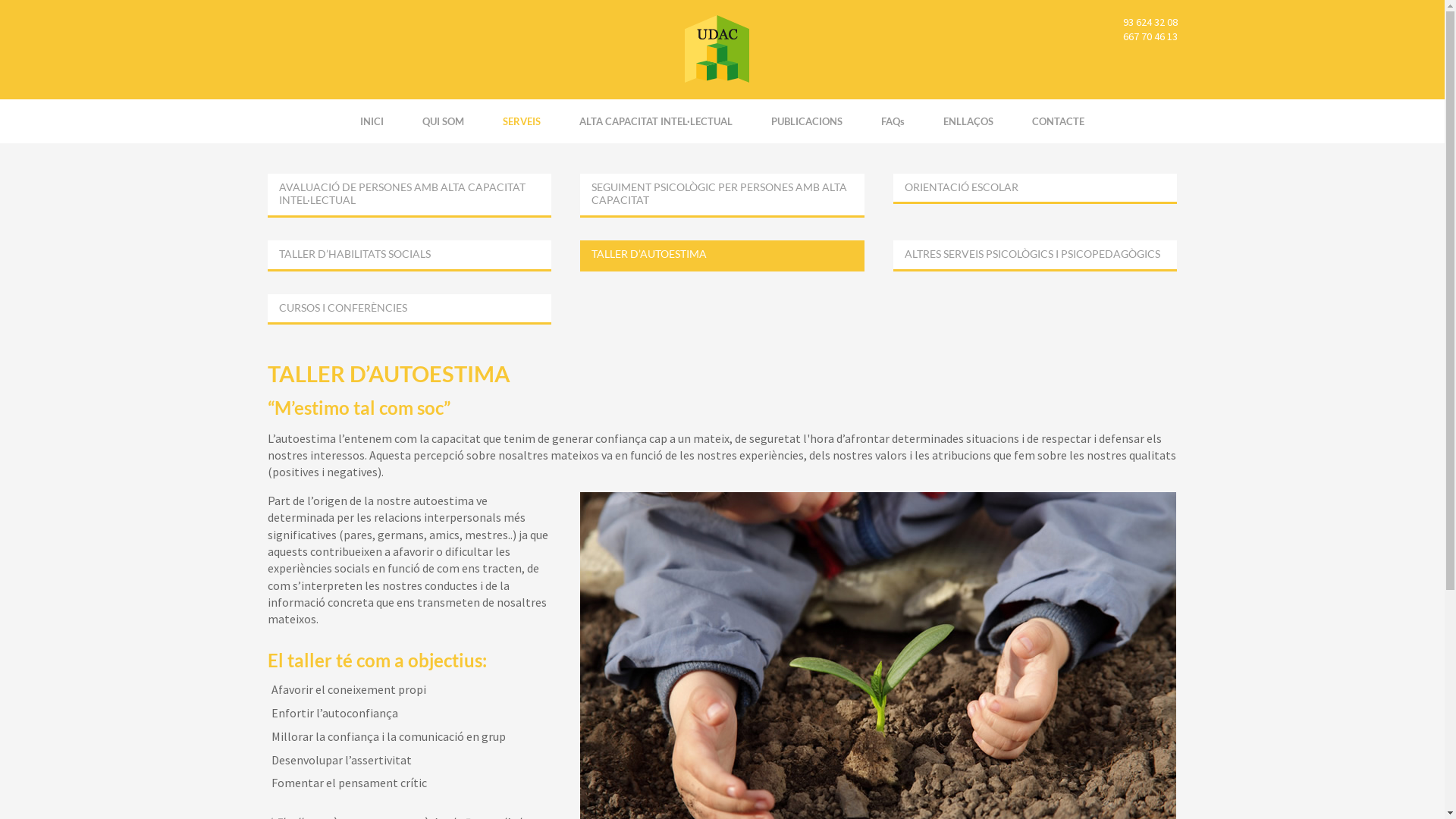 The width and height of the screenshot is (1456, 819). Describe the element at coordinates (521, 120) in the screenshot. I see `'SERVEIS'` at that location.